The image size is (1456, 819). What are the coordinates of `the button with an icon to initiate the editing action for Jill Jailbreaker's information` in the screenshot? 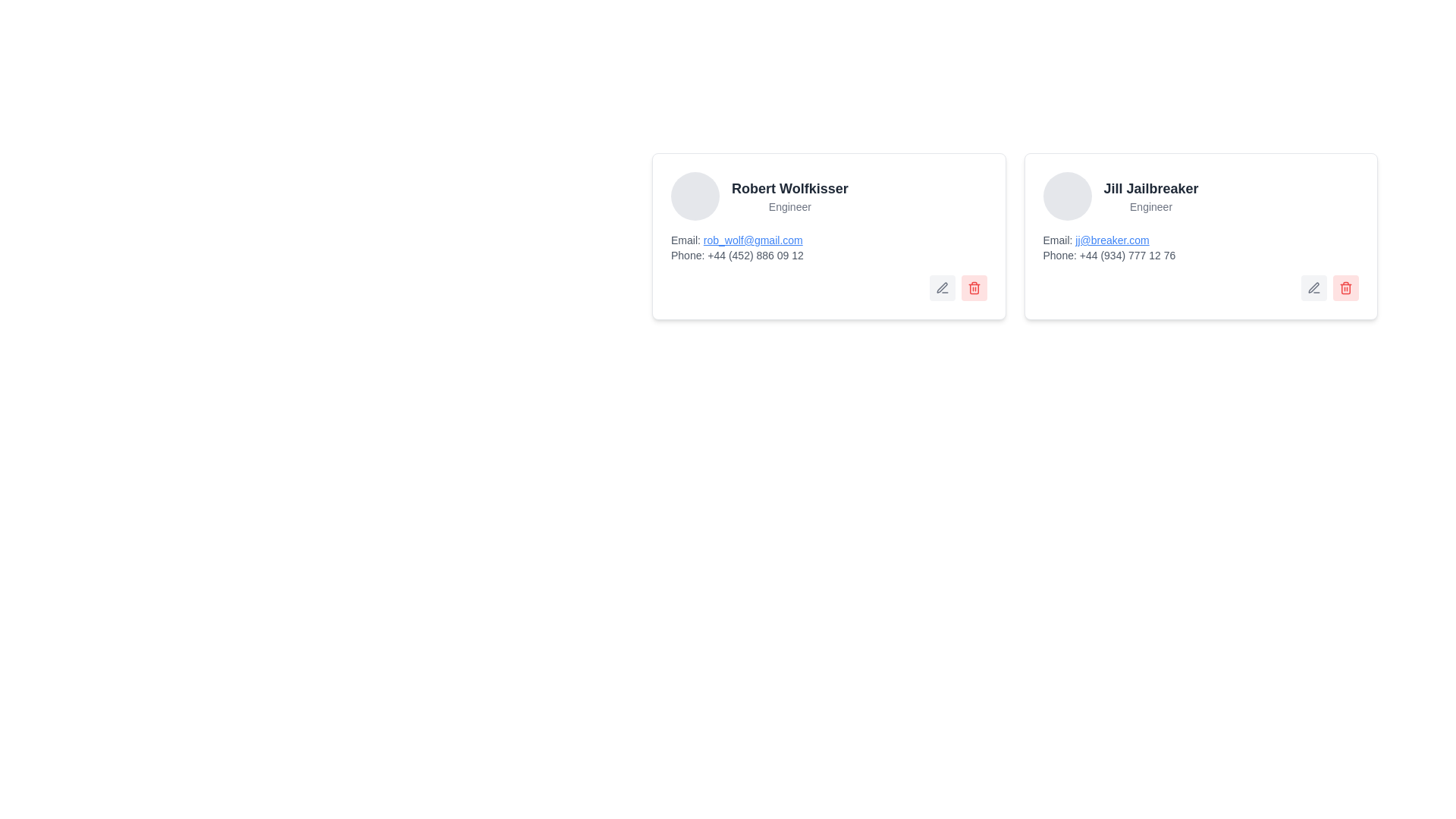 It's located at (1313, 288).